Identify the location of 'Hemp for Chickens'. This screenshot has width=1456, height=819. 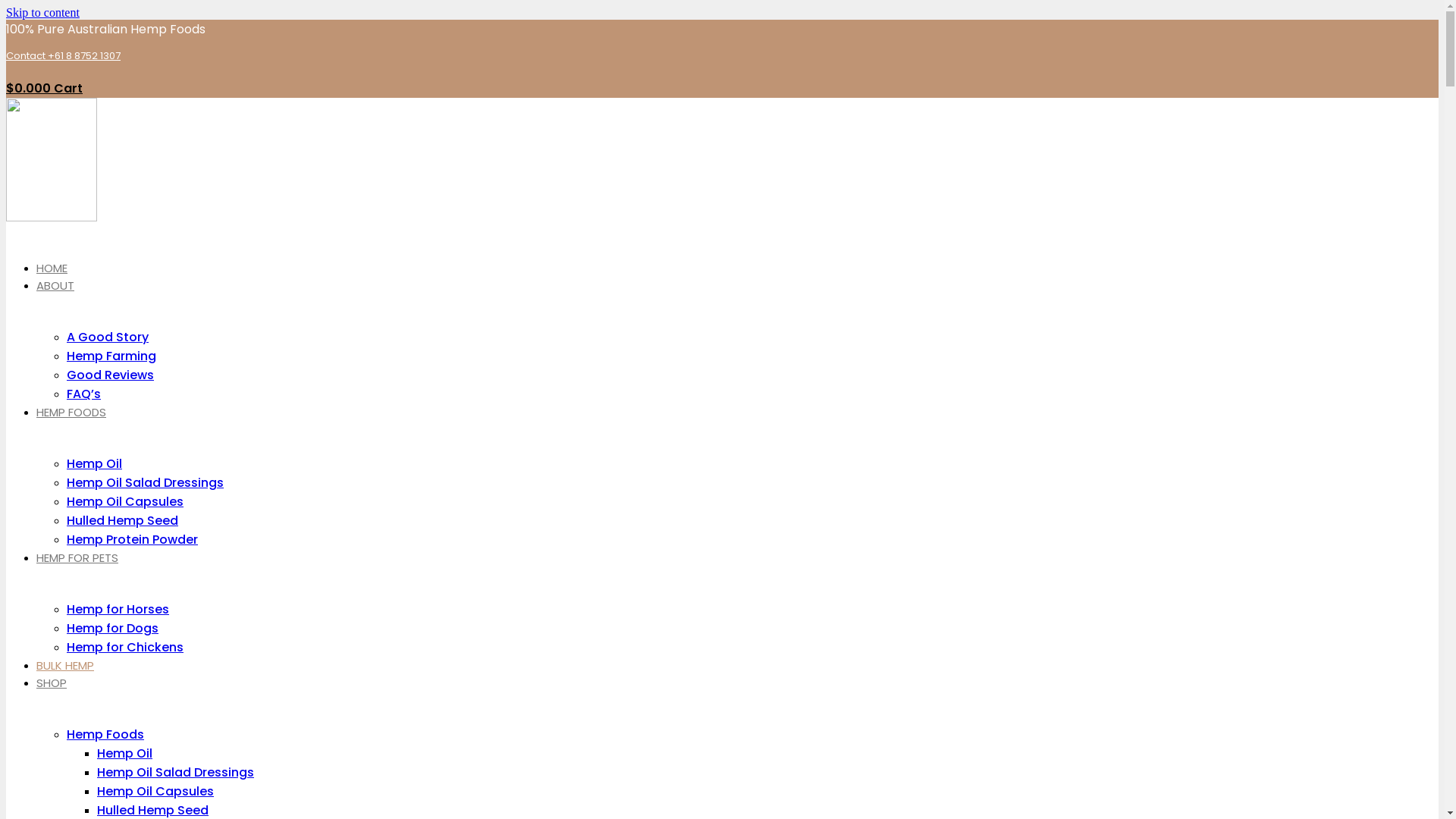
(124, 647).